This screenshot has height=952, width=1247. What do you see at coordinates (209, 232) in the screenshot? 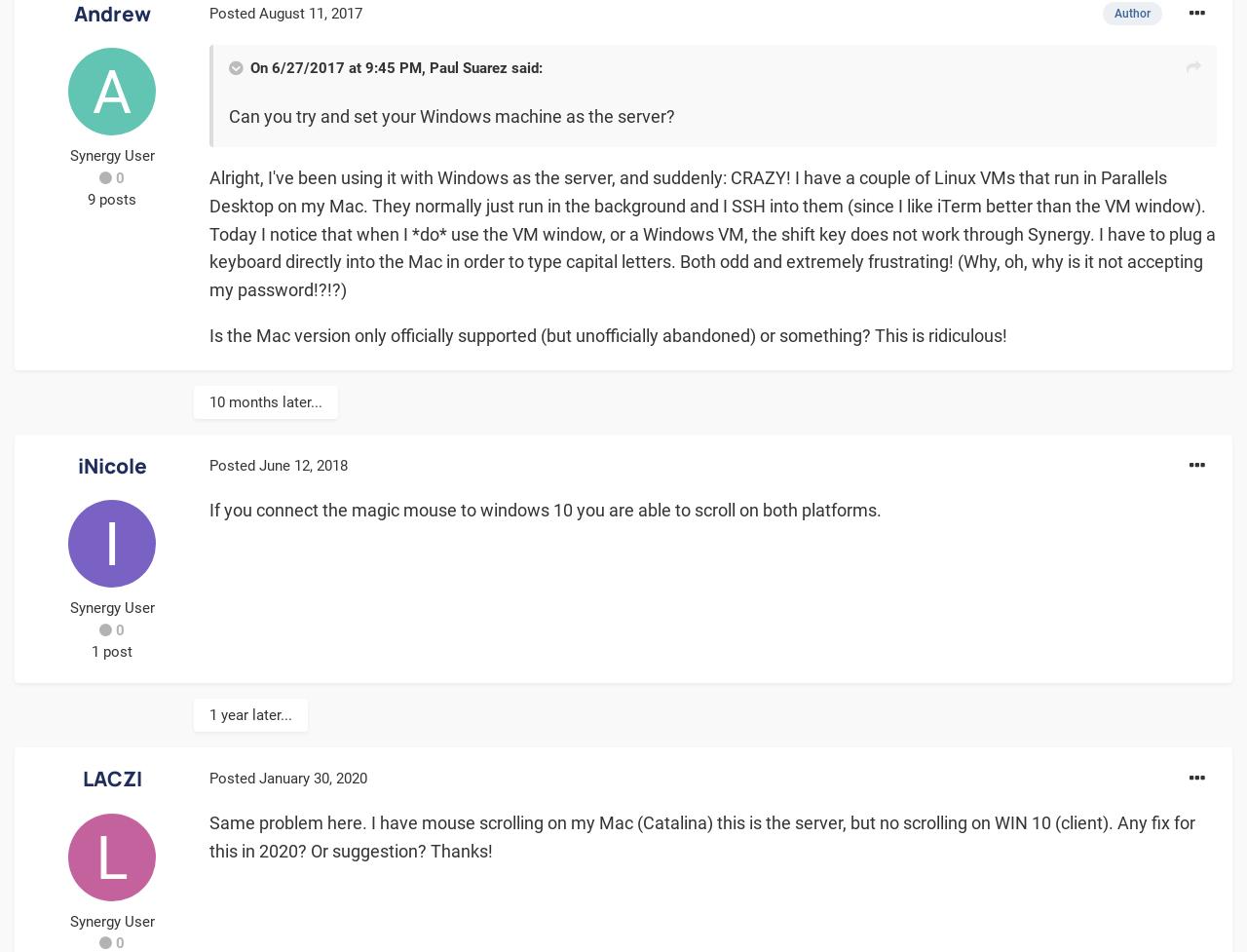
I see `'Alright, I've been using it with Windows as the server, and suddenly: CRAZY! I have a couple of Linux VMs that run in Parallels Desktop on my Mac. They normally just run in the background and I SSH into them (since I like iTerm better than the VM window). Today I notice that when I *do* use the VM window, or a Windows VM, the shift key does not work through Synergy. I have to plug a keyboard directly into the Mac in order to type capital letters. Both odd and extremely frustrating! (Why, oh, why is it not accepting my password!?!?)'` at bounding box center [209, 232].